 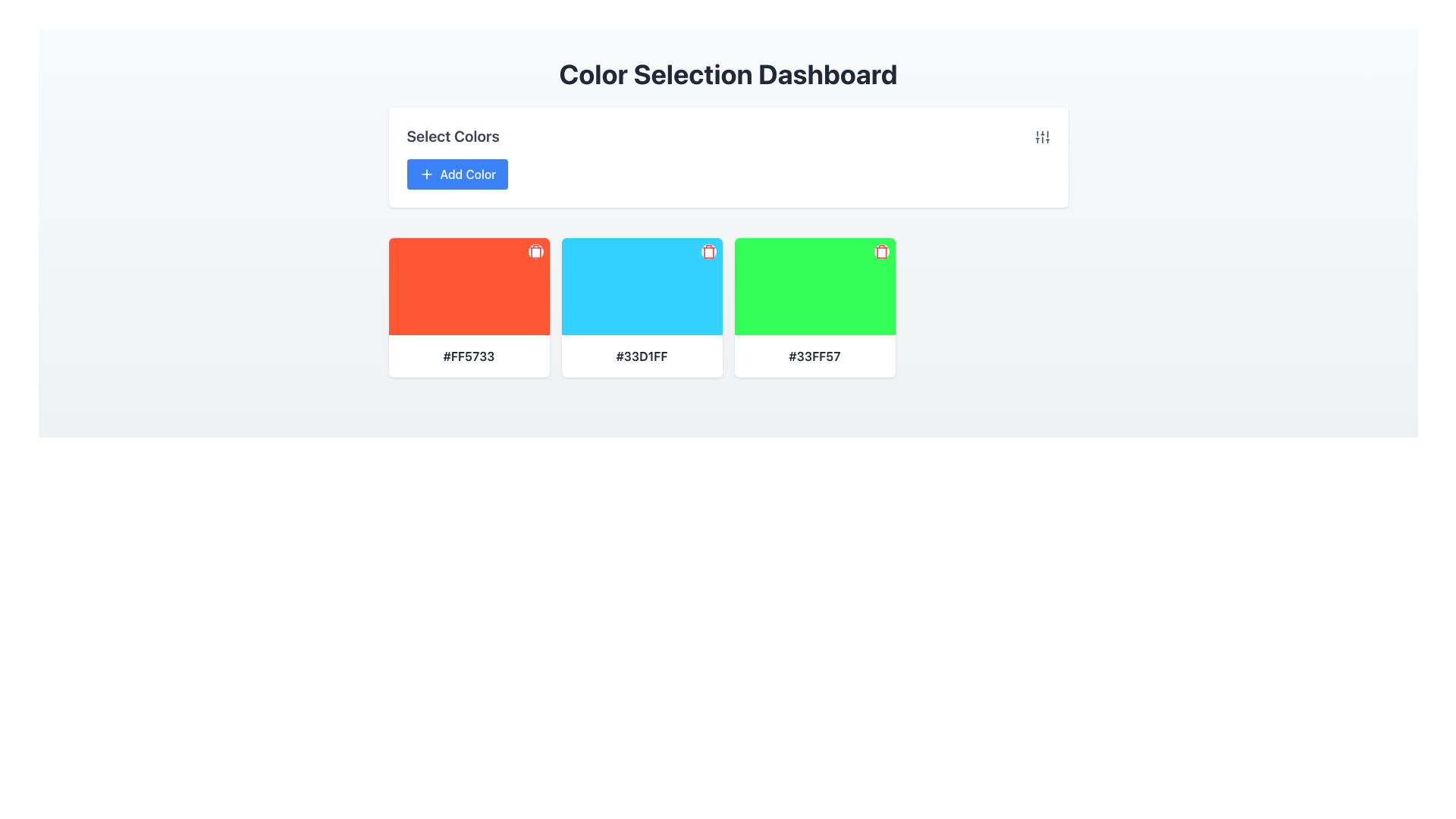 I want to click on the displayed text label reading '#33D1FF', which is styled with bold and dark-gray font and centrally aligned within a white rectangular box, so click(x=642, y=356).